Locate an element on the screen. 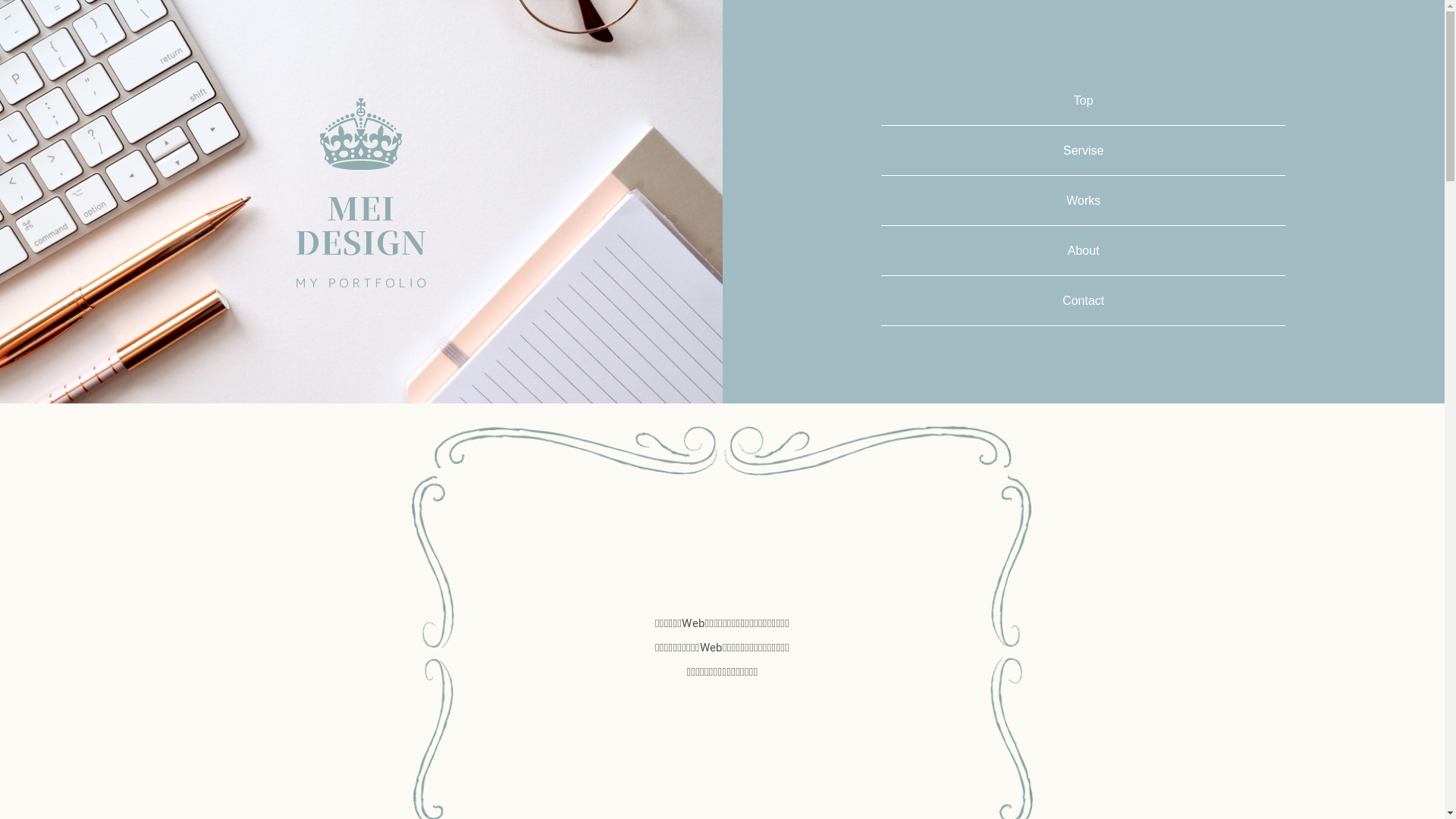 This screenshot has height=819, width=1456. 'Contact' is located at coordinates (1082, 300).